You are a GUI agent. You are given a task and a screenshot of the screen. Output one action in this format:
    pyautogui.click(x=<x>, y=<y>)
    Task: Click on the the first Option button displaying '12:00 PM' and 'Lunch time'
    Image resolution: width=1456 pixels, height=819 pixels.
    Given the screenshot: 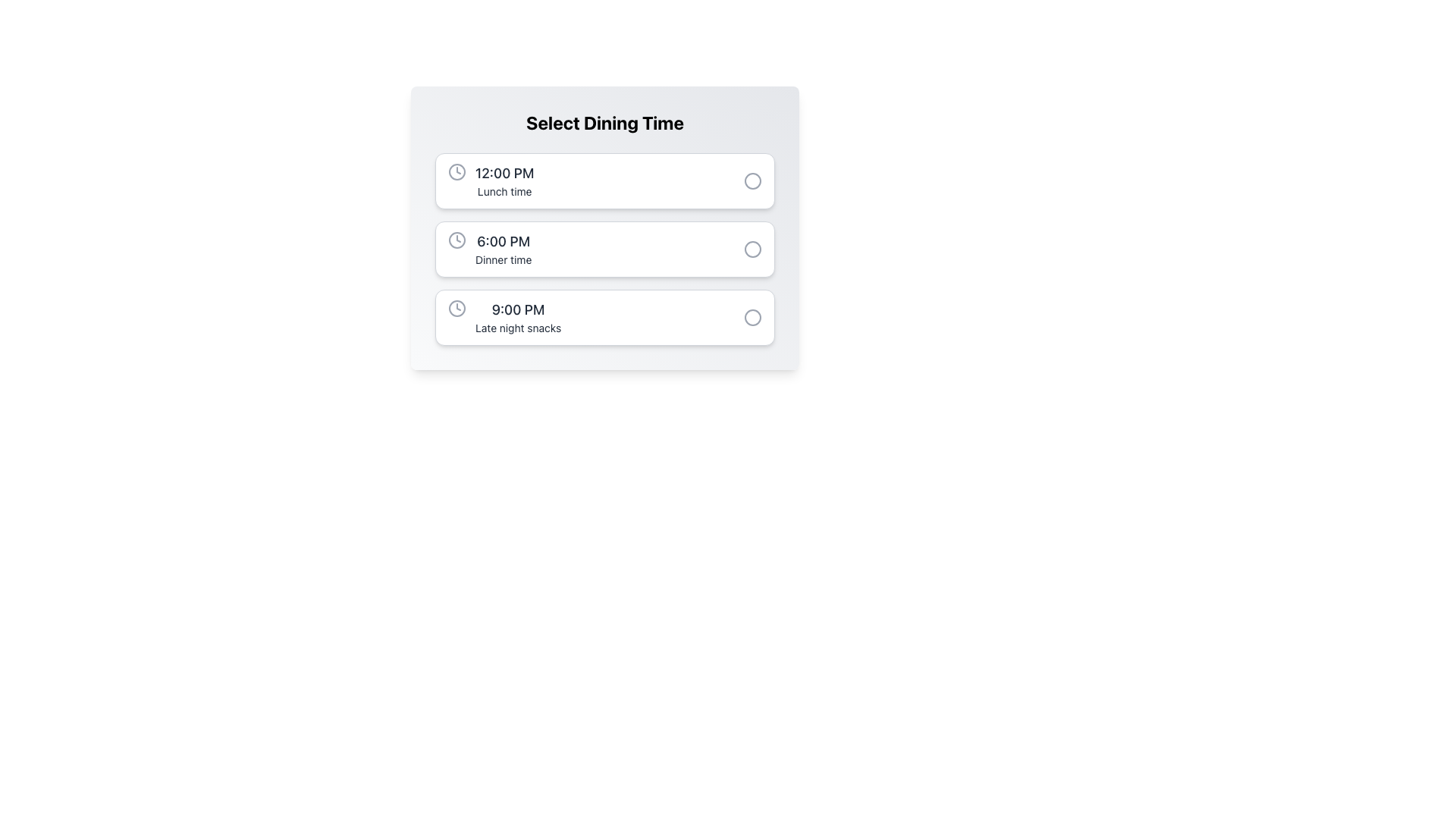 What is the action you would take?
    pyautogui.click(x=604, y=180)
    